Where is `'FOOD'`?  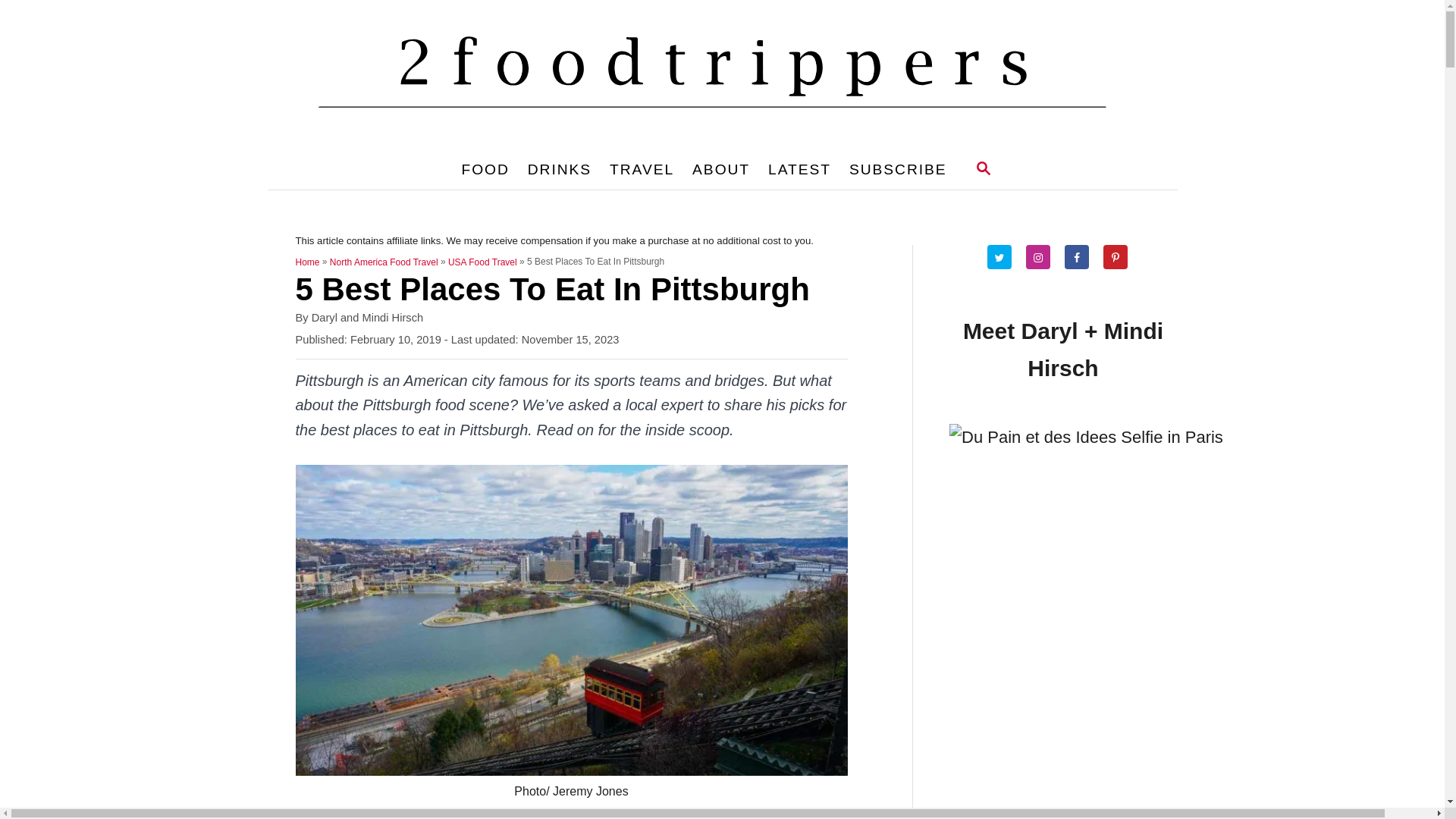
'FOOD' is located at coordinates (484, 169).